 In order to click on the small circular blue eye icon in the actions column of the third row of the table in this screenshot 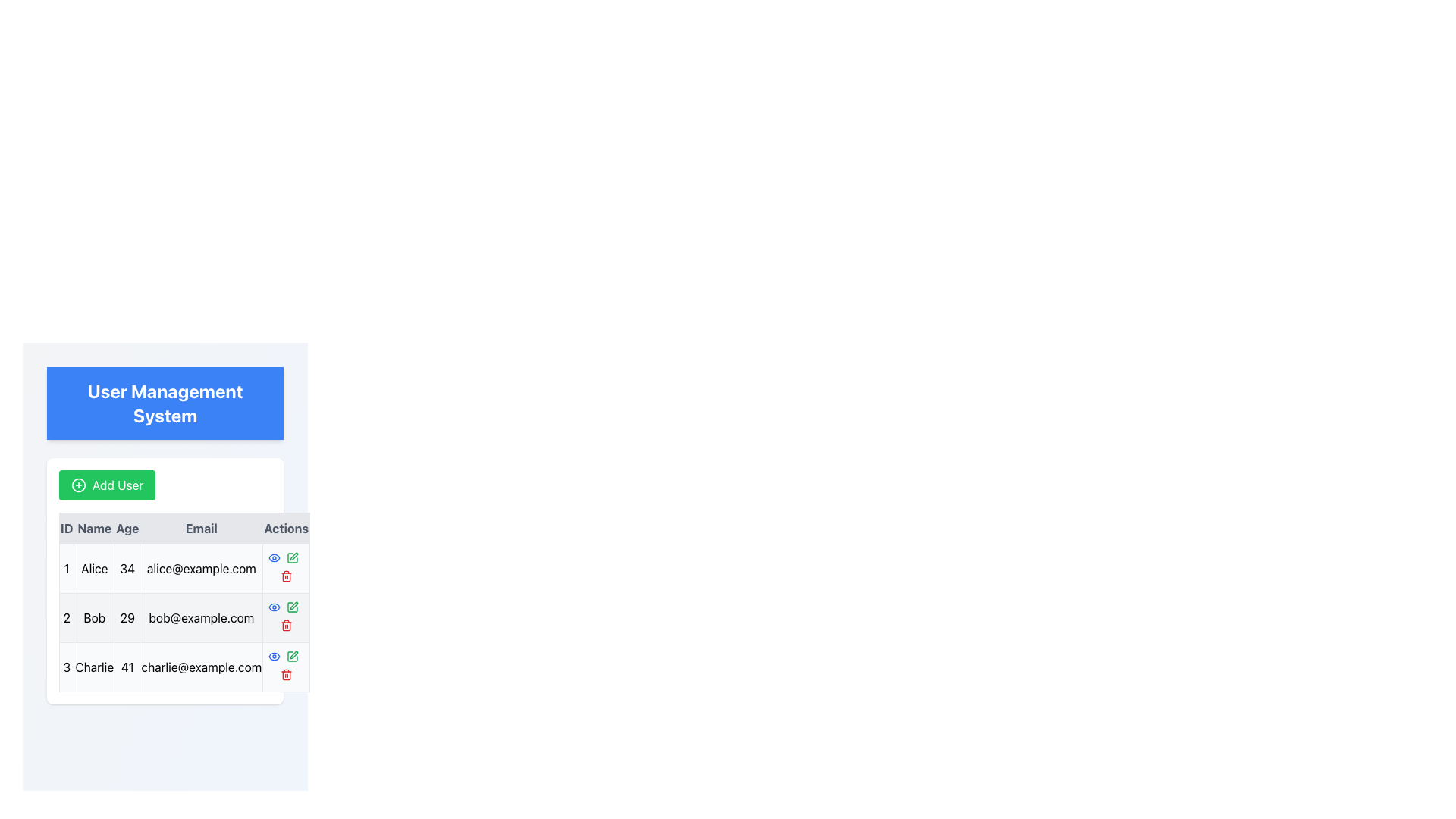, I will do `click(274, 656)`.